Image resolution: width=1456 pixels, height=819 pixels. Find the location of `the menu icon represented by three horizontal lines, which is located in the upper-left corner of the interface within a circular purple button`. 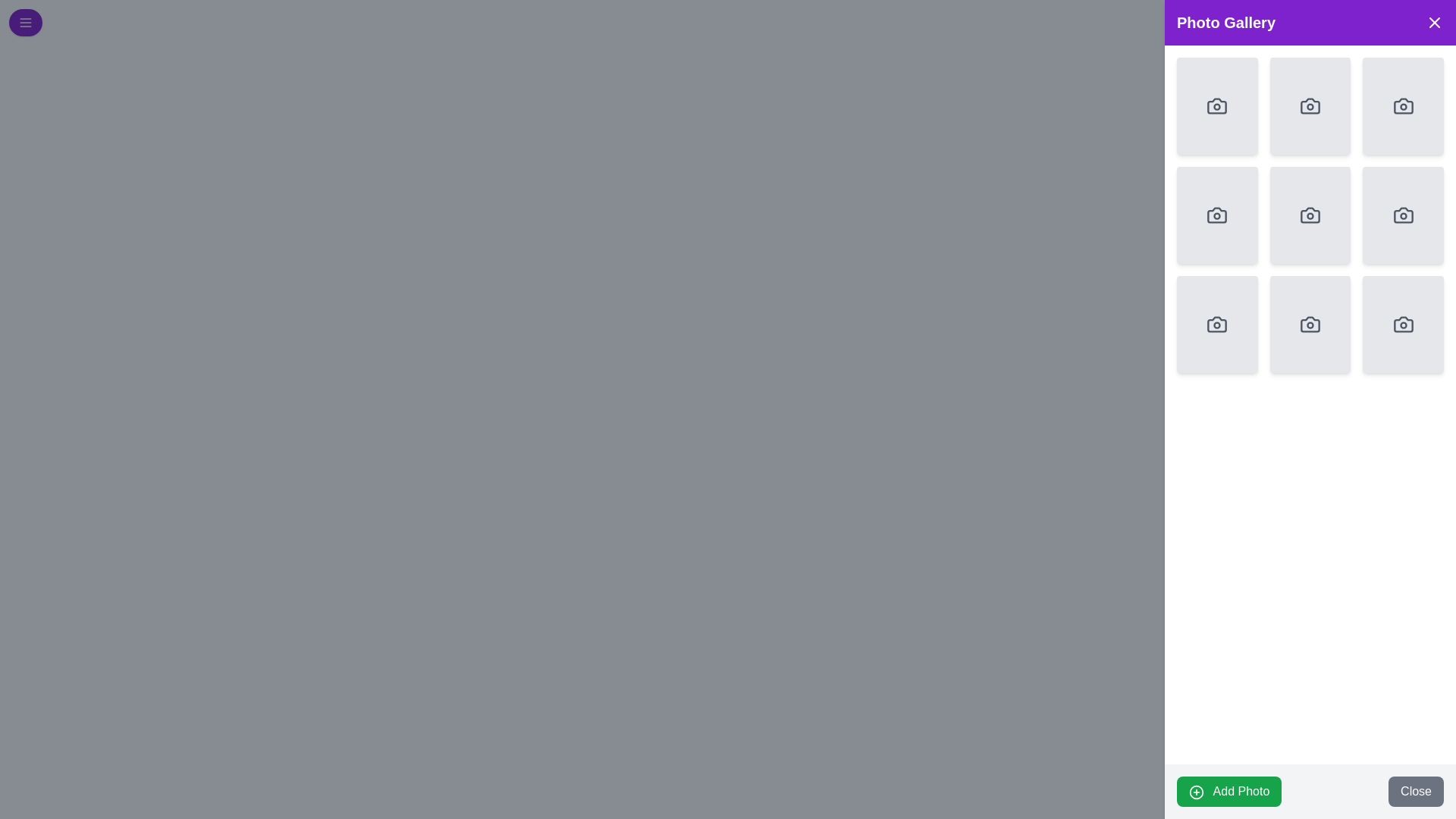

the menu icon represented by three horizontal lines, which is located in the upper-left corner of the interface within a circular purple button is located at coordinates (25, 23).